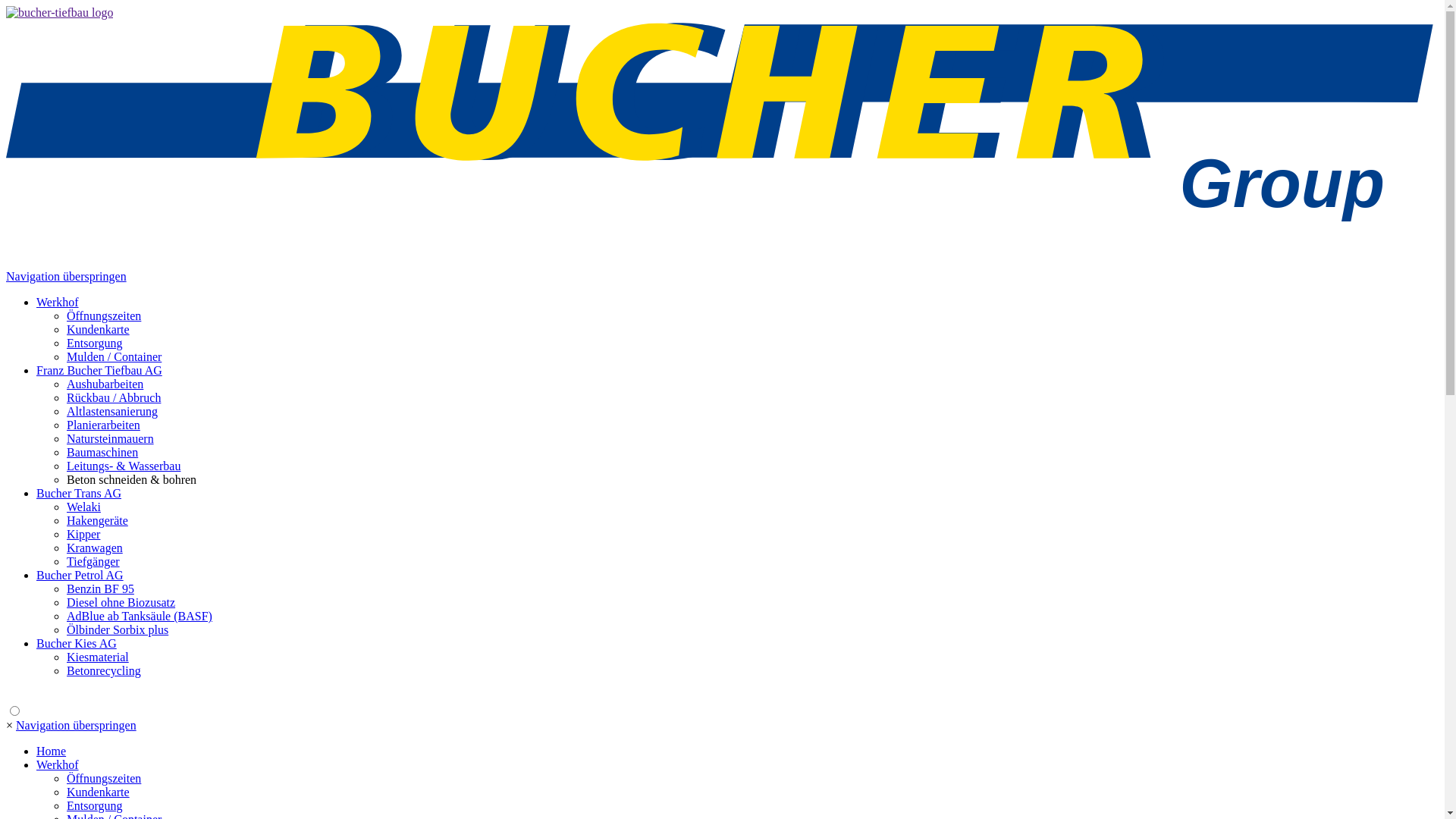 Image resolution: width=1456 pixels, height=819 pixels. Describe the element at coordinates (103, 670) in the screenshot. I see `'Betonrecycling'` at that location.